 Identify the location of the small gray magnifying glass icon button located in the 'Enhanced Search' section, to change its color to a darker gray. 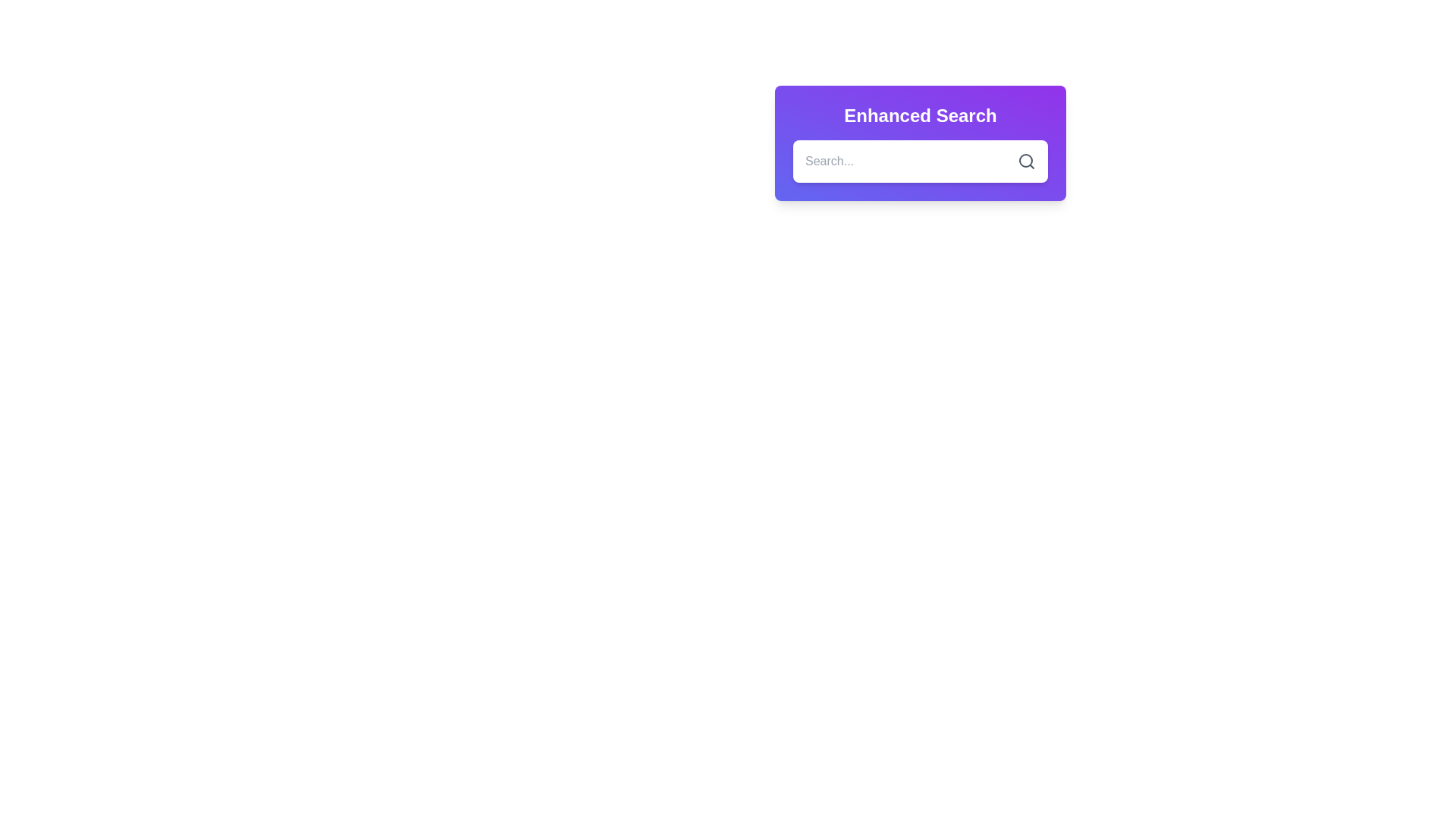
(1026, 161).